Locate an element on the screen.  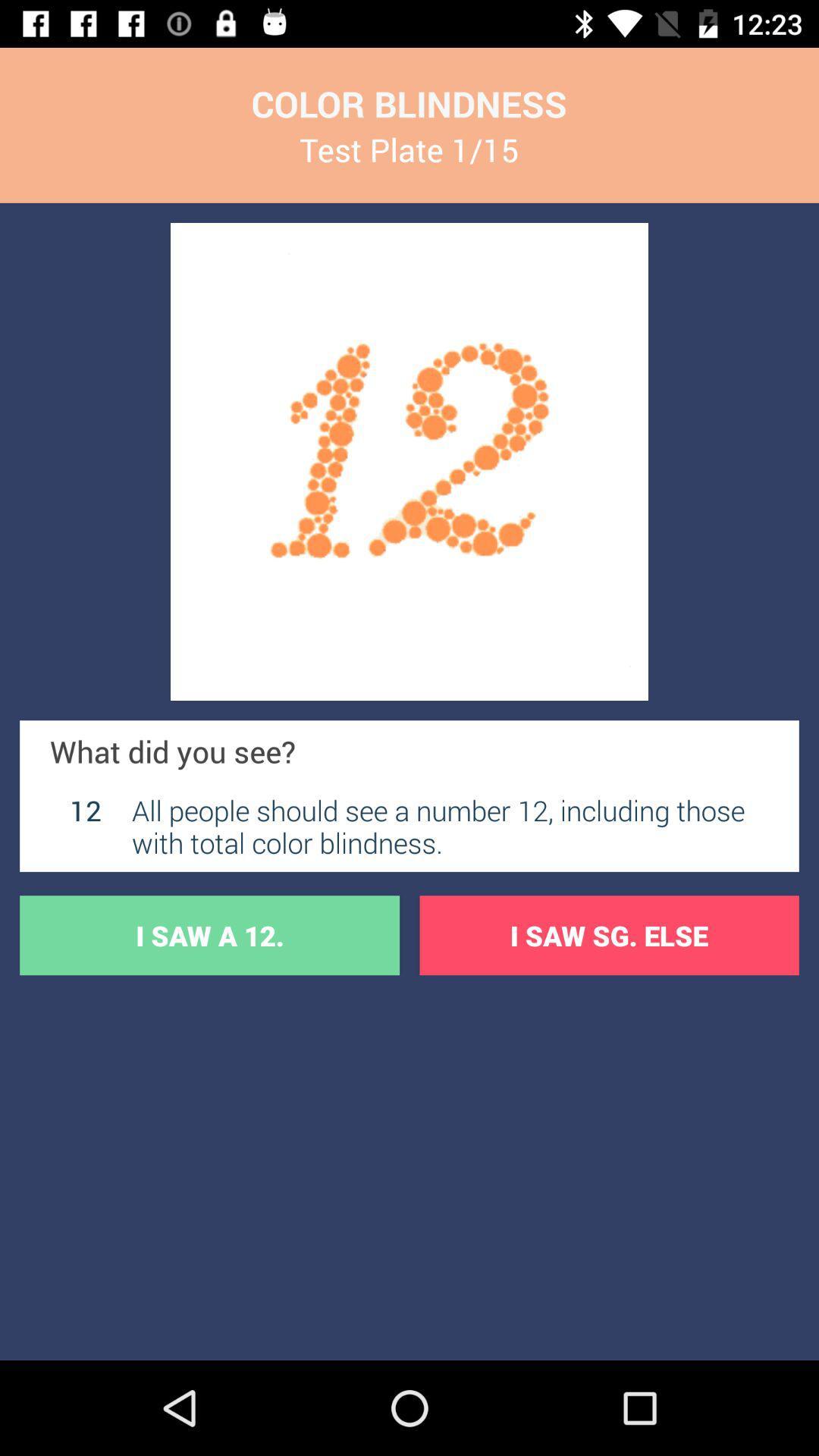
the icon below test plate 1 is located at coordinates (409, 461).